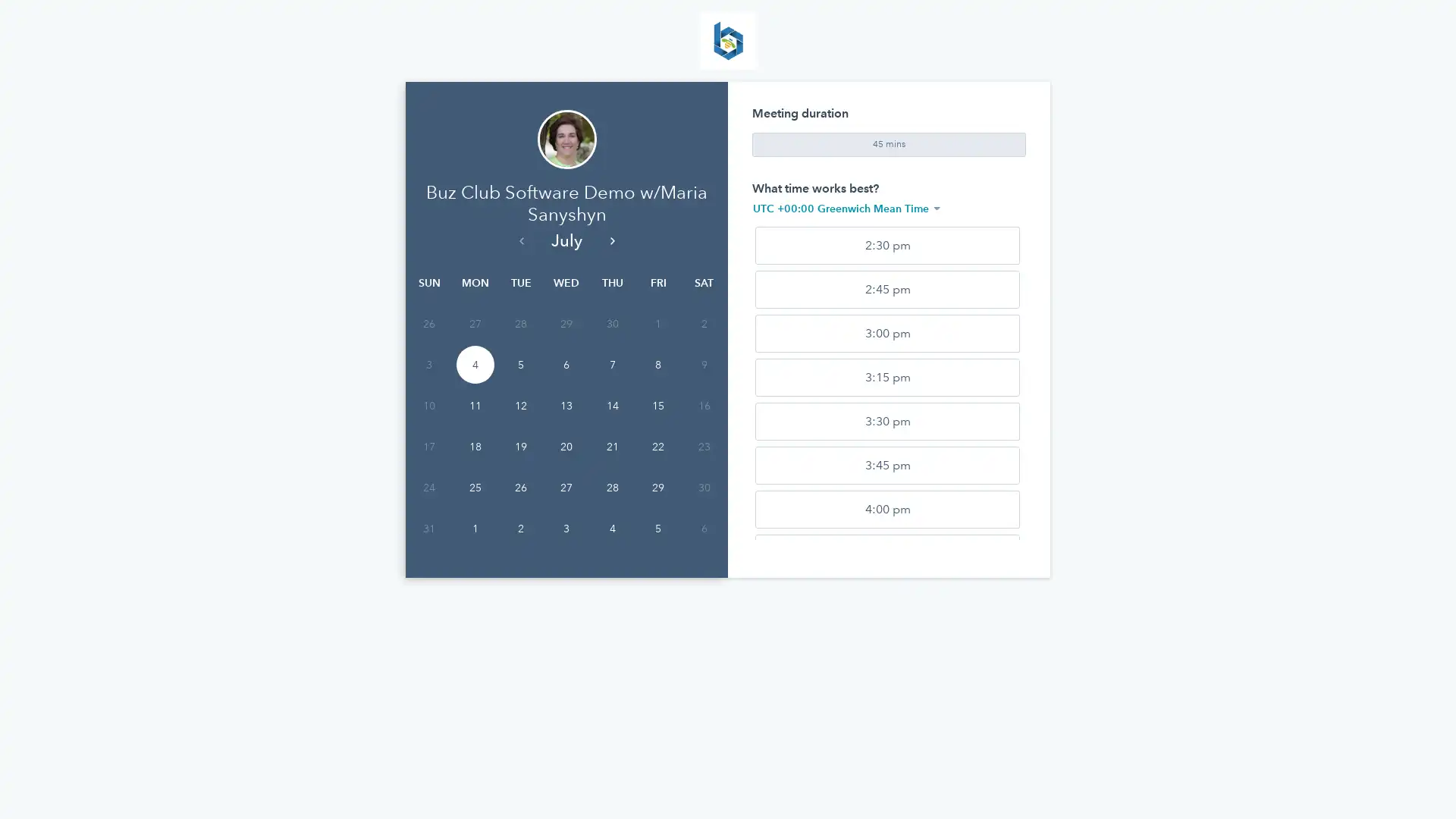 The width and height of the screenshot is (1456, 819). What do you see at coordinates (520, 323) in the screenshot?
I see `June 28th` at bounding box center [520, 323].